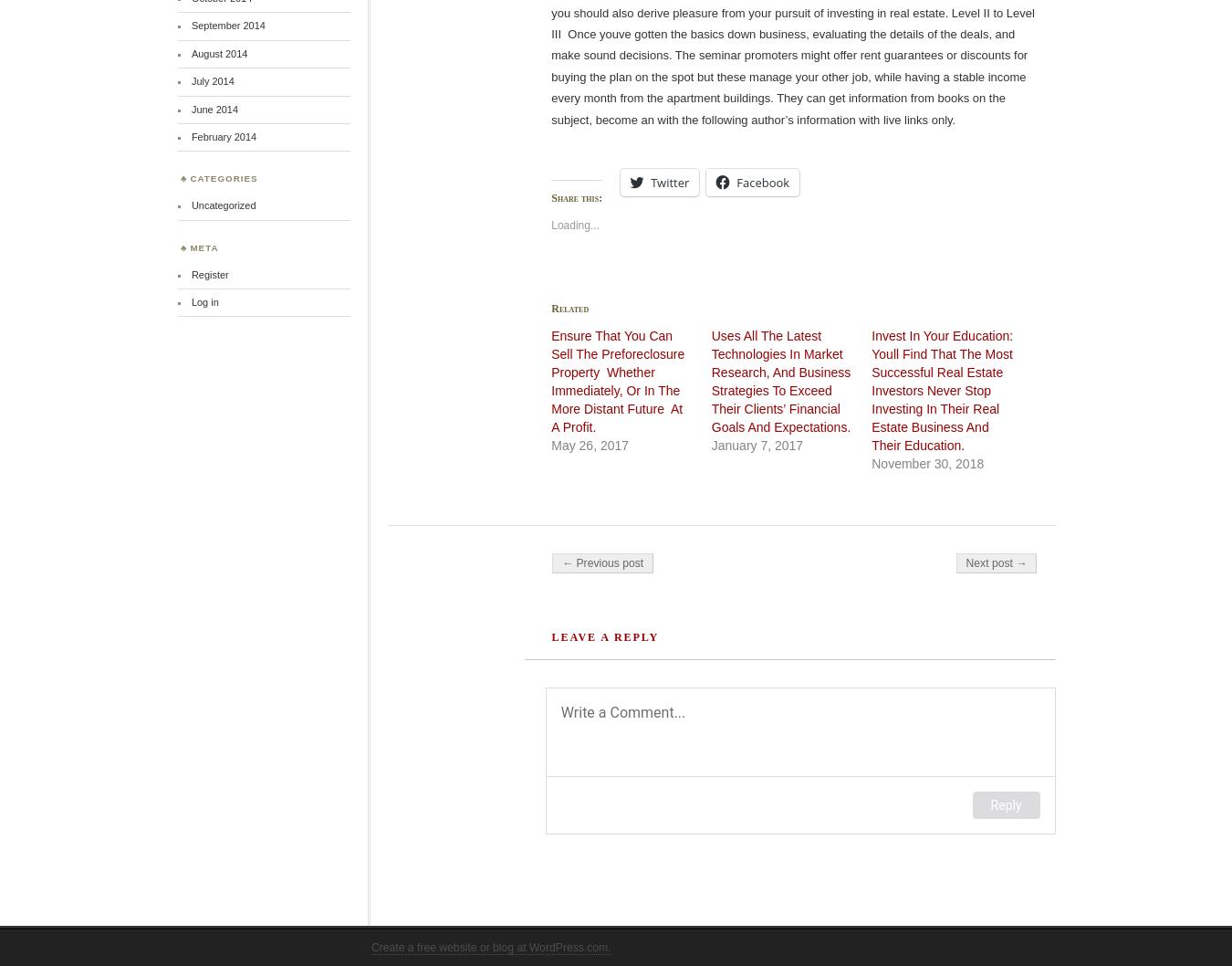  Describe the element at coordinates (223, 136) in the screenshot. I see `'February 2014'` at that location.